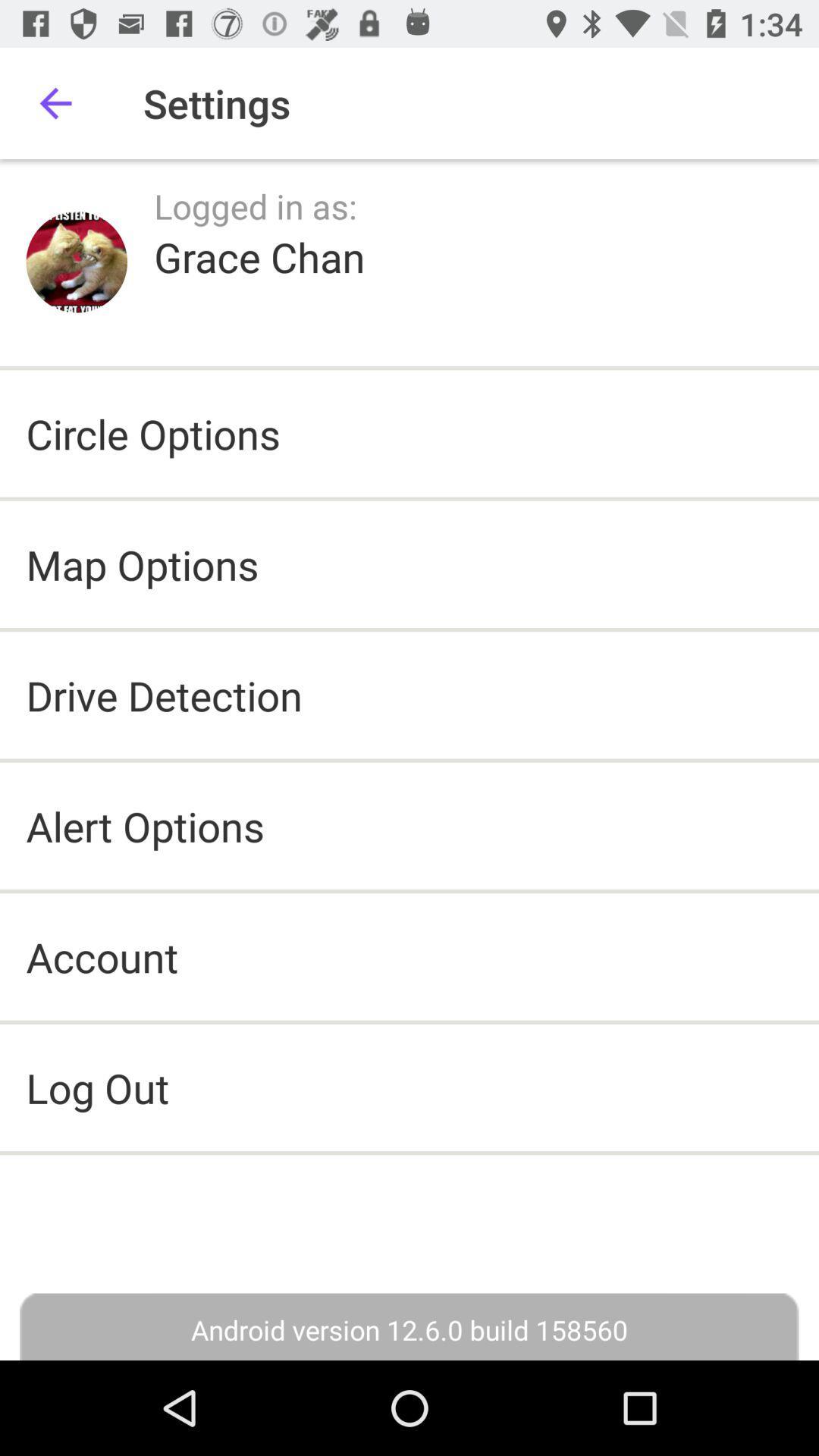 This screenshot has height=1456, width=819. I want to click on icon below the drive detection item, so click(145, 825).